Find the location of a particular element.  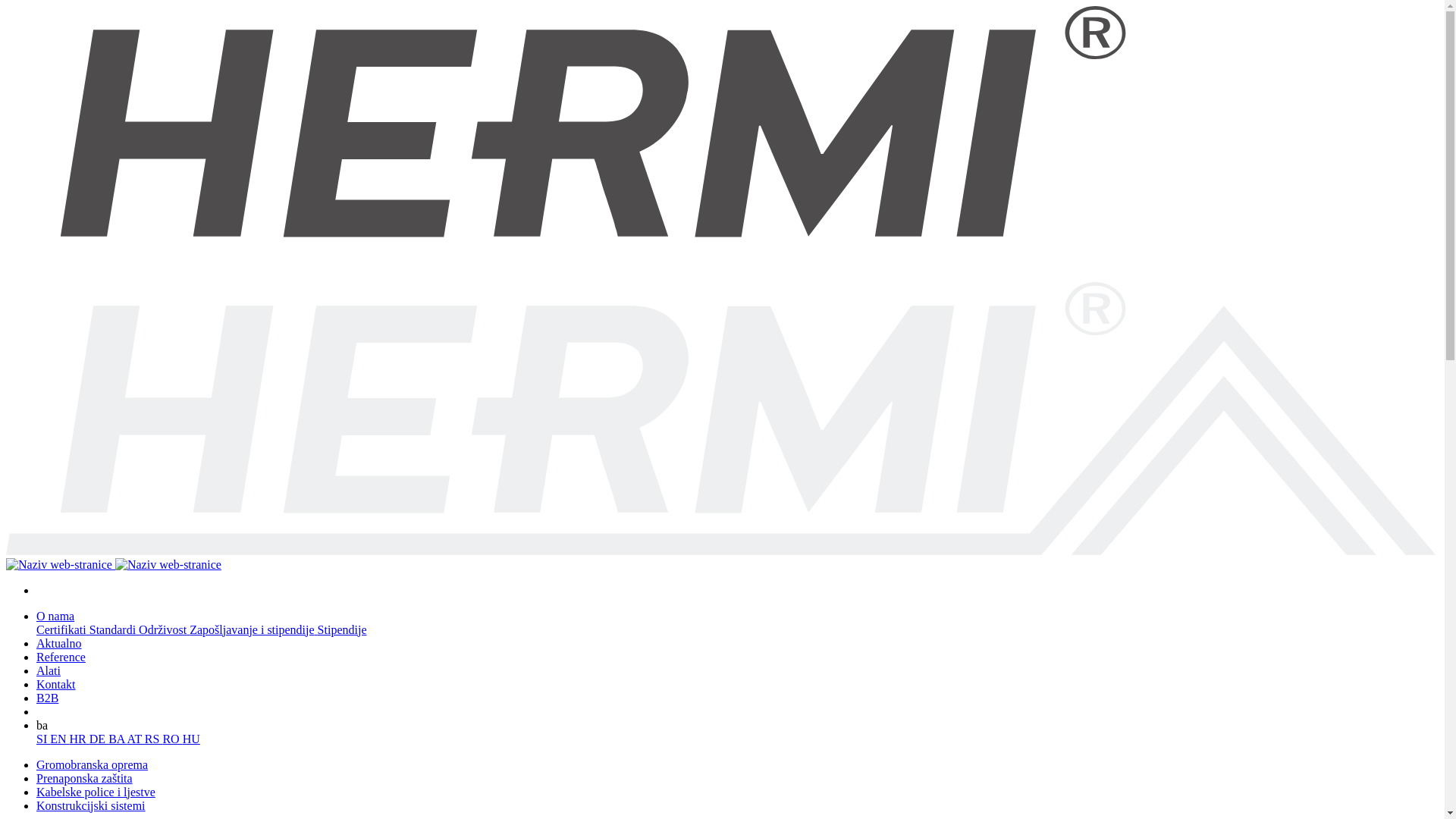

'SI' is located at coordinates (43, 738).